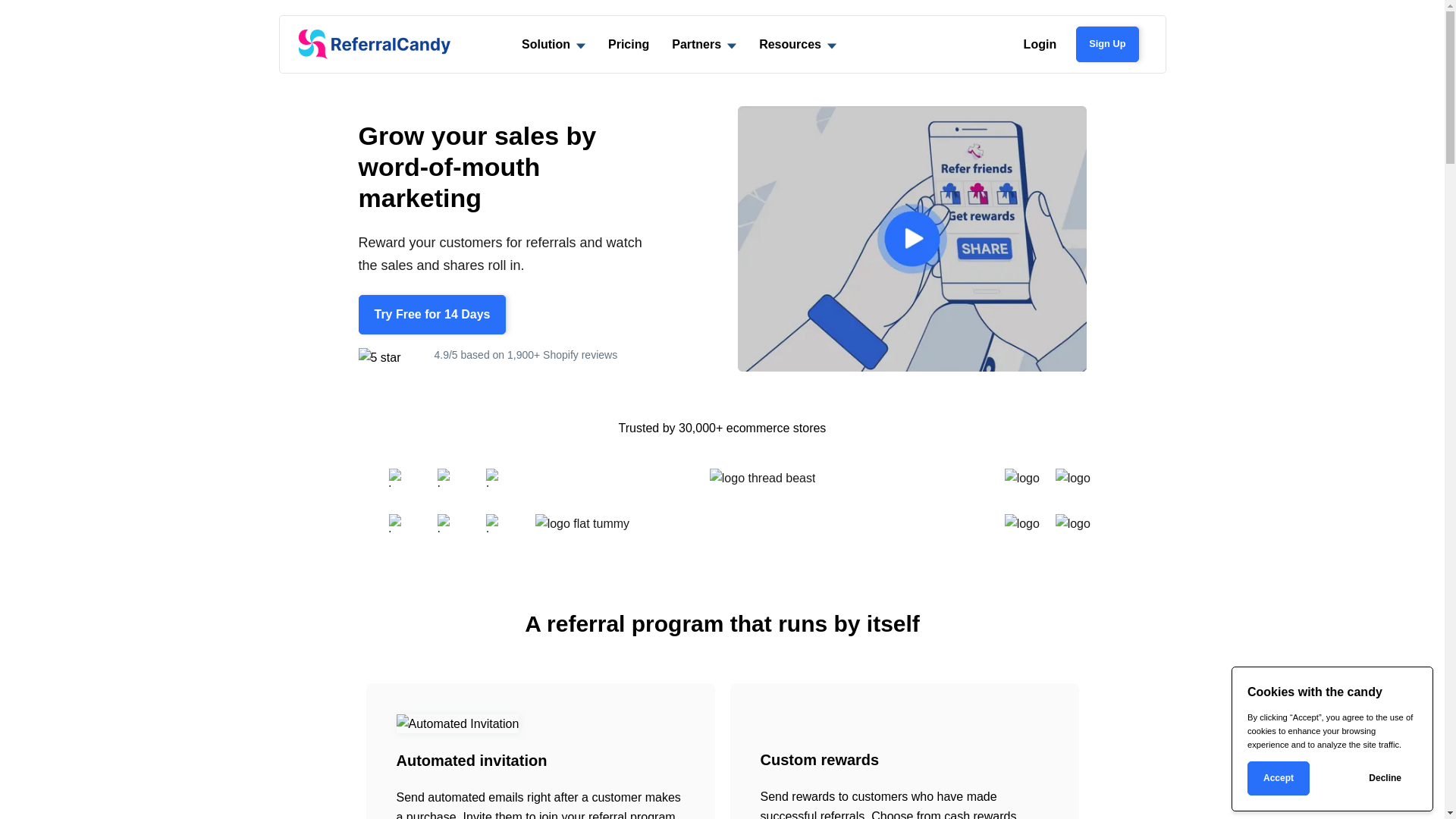  Describe the element at coordinates (356, 314) in the screenshot. I see `'Try Free for 14 Days'` at that location.